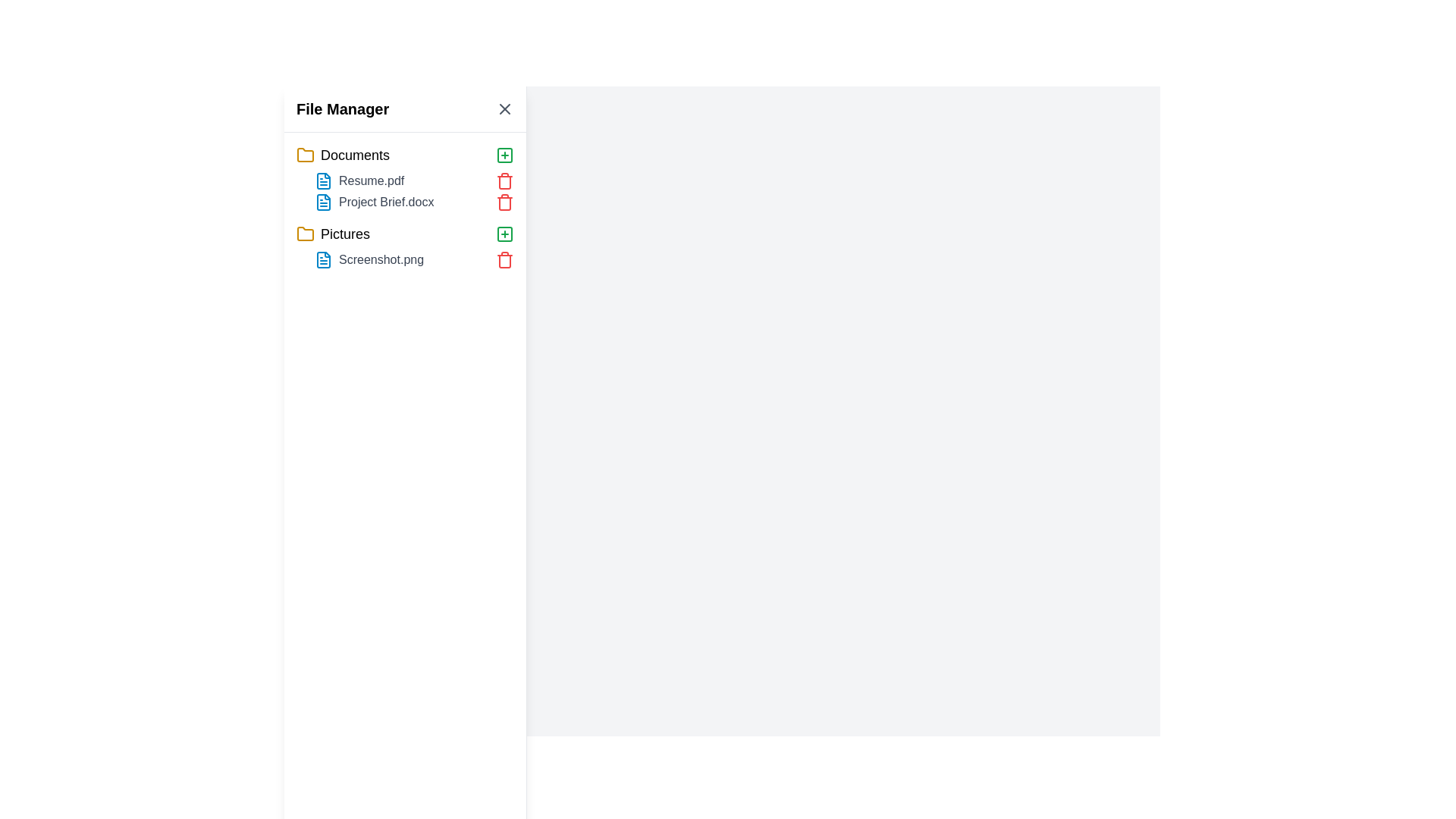  Describe the element at coordinates (505, 201) in the screenshot. I see `the red trash bin icon` at that location.